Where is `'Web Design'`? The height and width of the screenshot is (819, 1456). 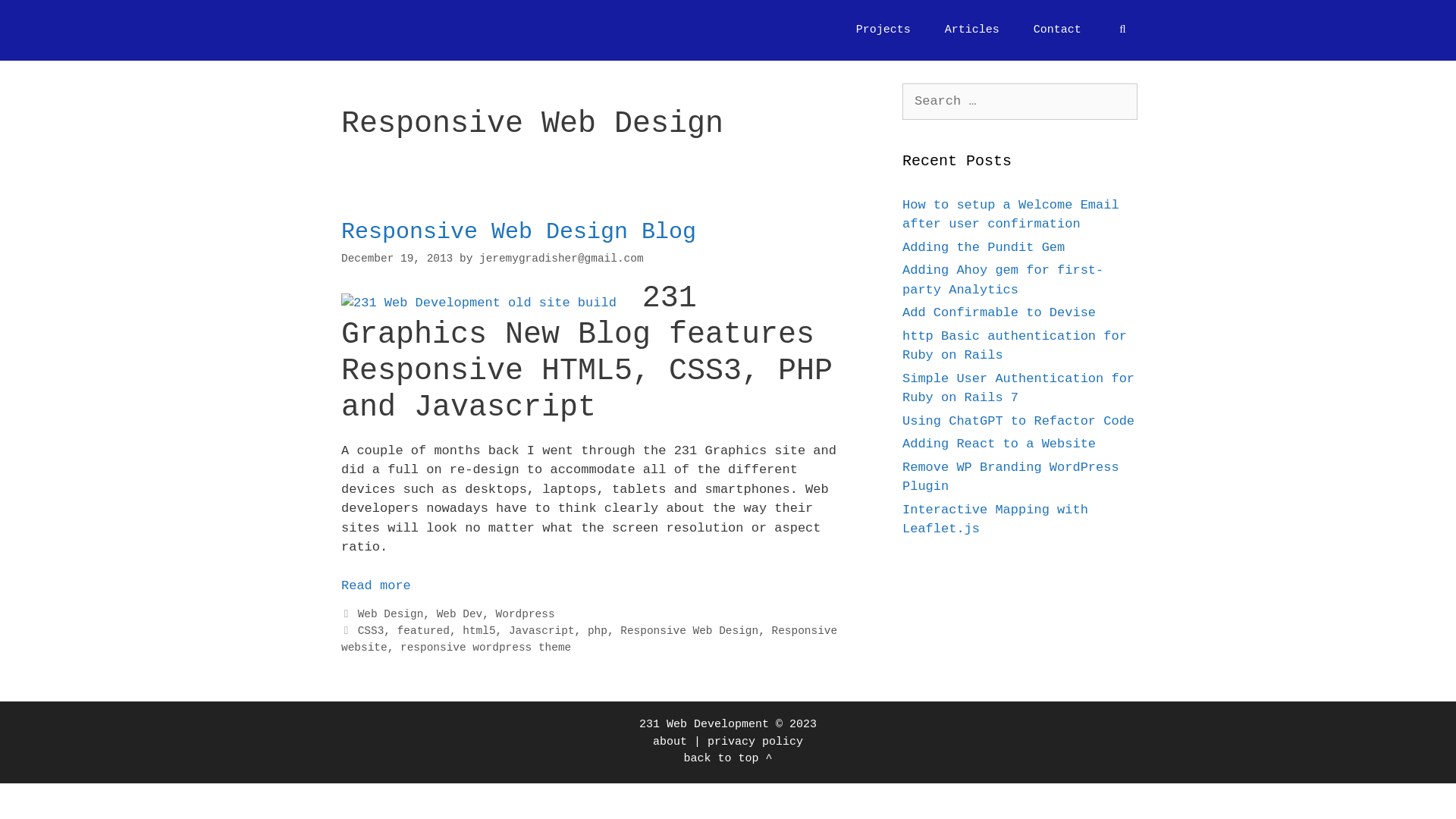 'Web Design' is located at coordinates (391, 614).